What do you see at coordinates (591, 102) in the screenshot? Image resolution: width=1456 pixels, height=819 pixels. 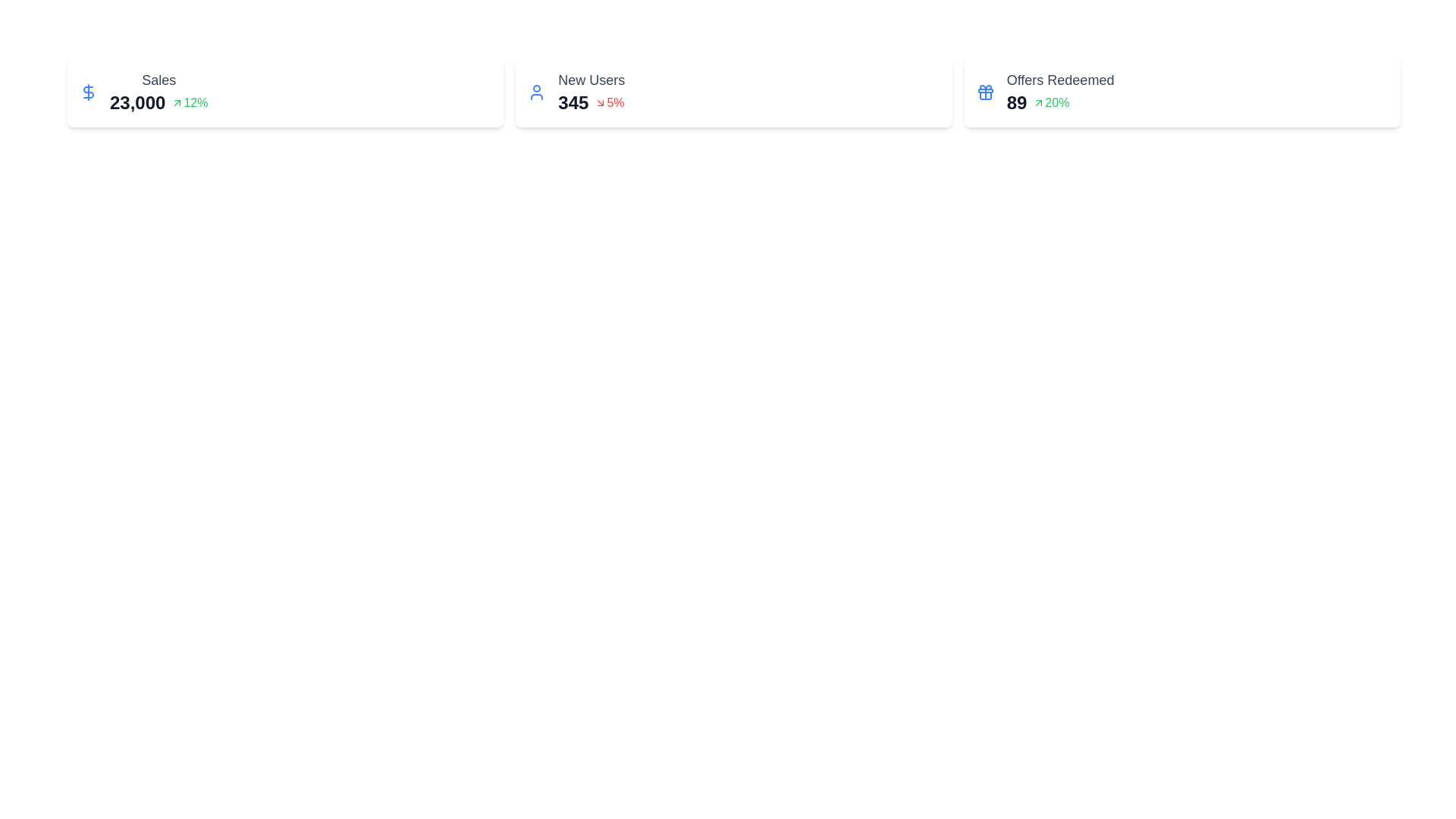 I see `the displayed data on the Stat Display showing '3455%' within the New Users card` at bounding box center [591, 102].